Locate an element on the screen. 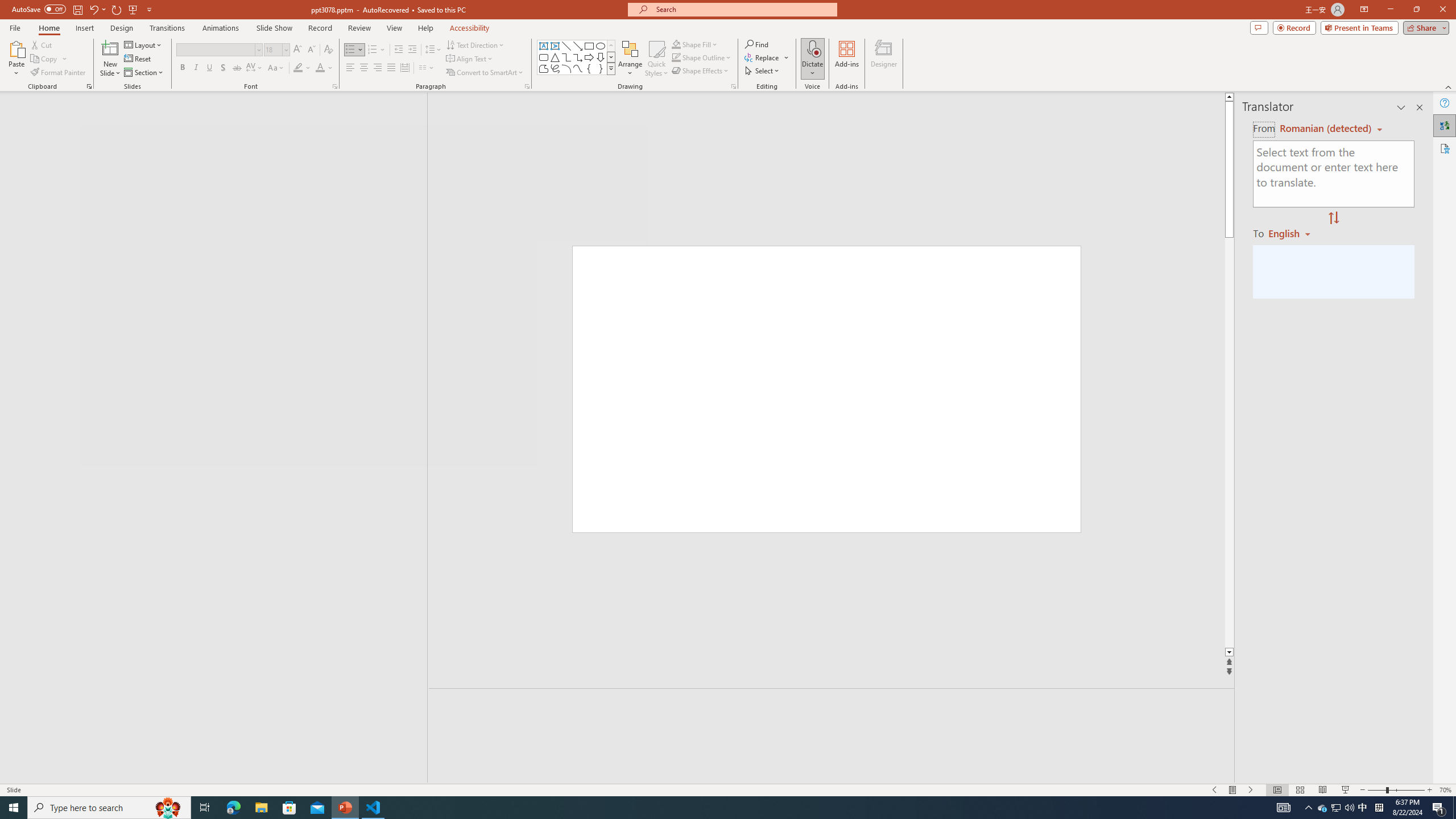 The width and height of the screenshot is (1456, 819). 'Decrease Font Size' is located at coordinates (311, 49).